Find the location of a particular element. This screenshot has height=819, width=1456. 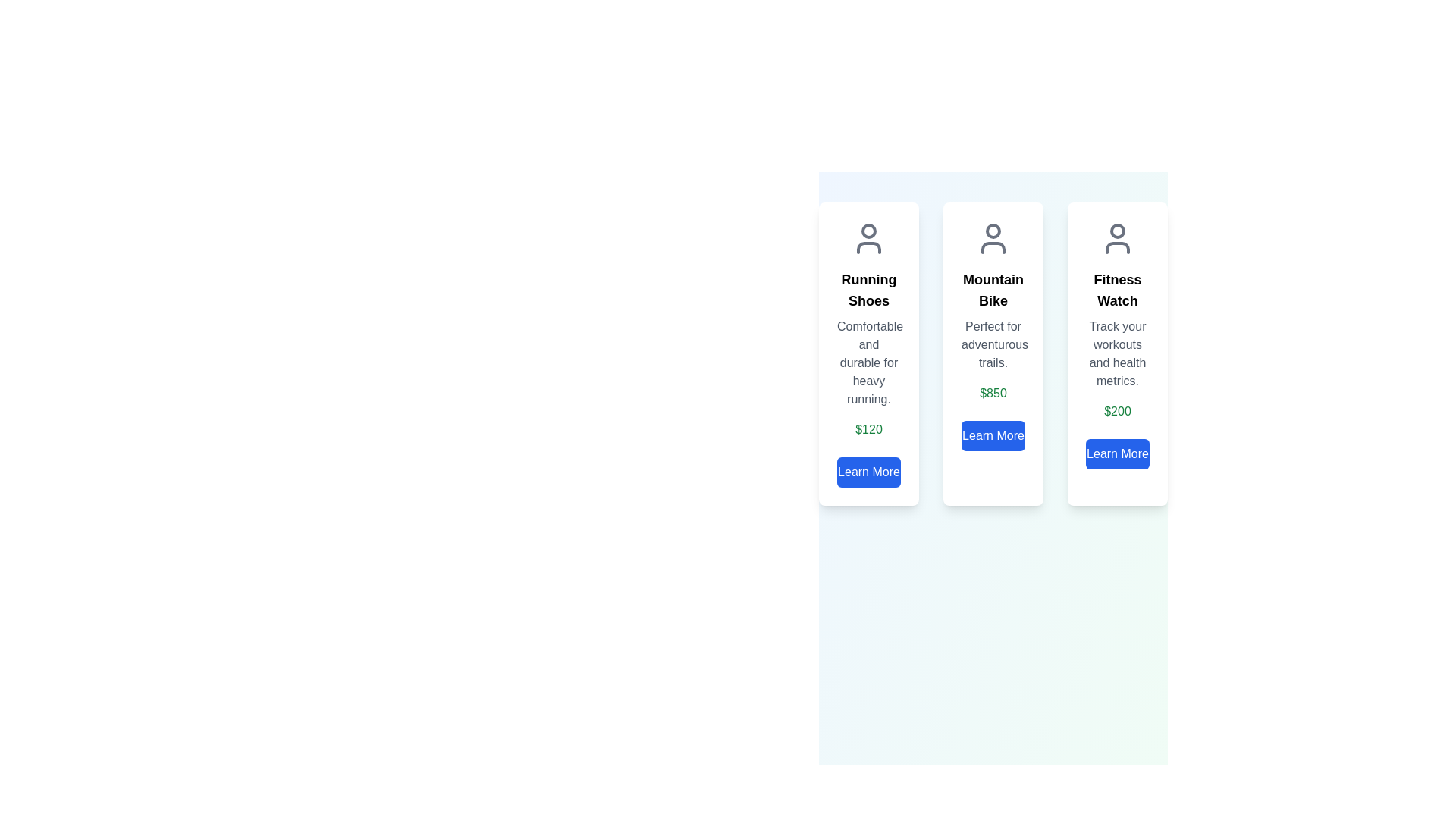

bold, centered text label displaying 'Mountain Bike' located in the middle card of a three-card layout, positioned below an icon and above the description text 'Perfect for adventurous trails.' is located at coordinates (993, 290).